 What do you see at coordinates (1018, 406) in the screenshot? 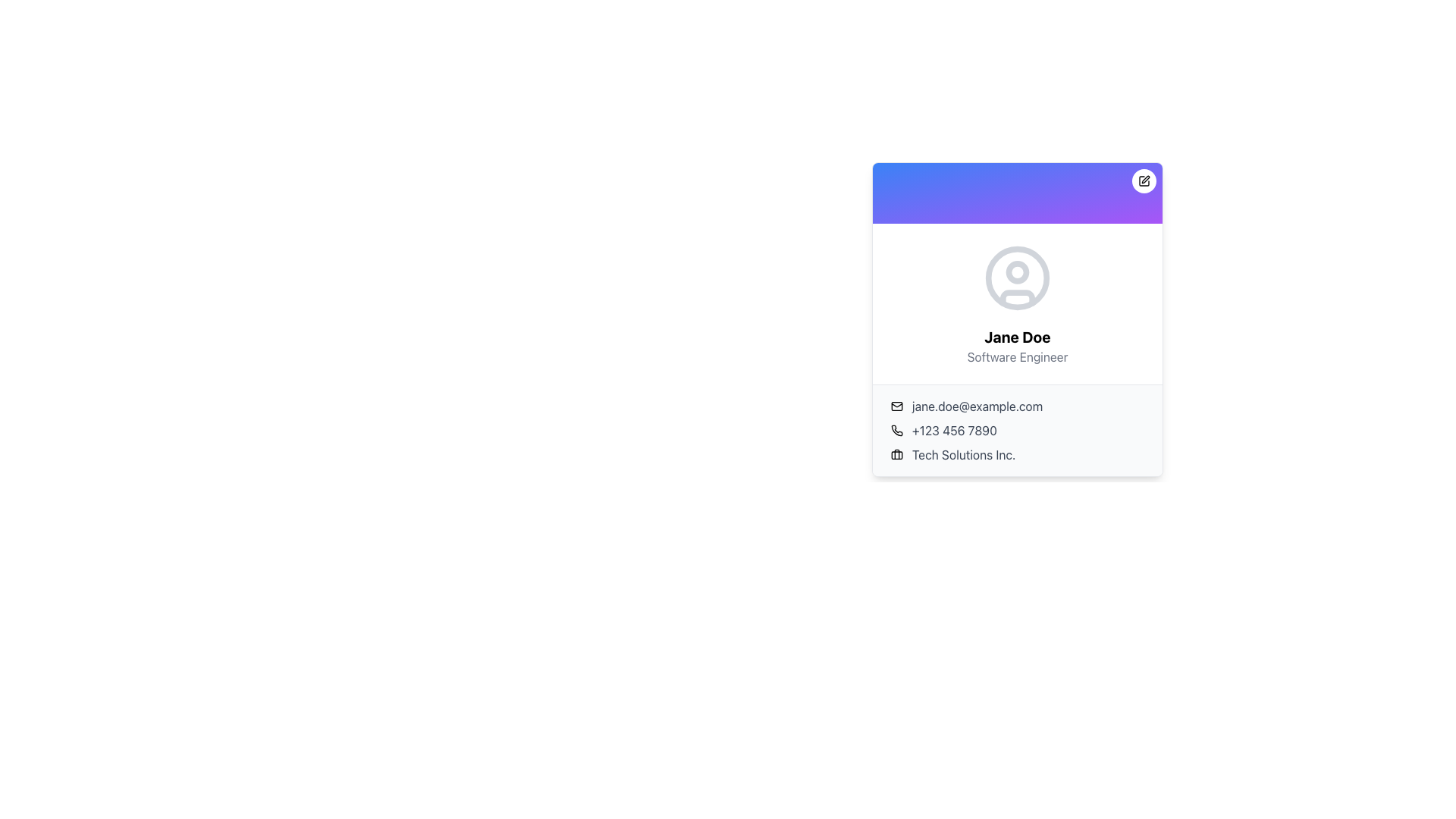
I see `the Text with Icon element displaying the user's email address, located in the contact details section of the profile card` at bounding box center [1018, 406].